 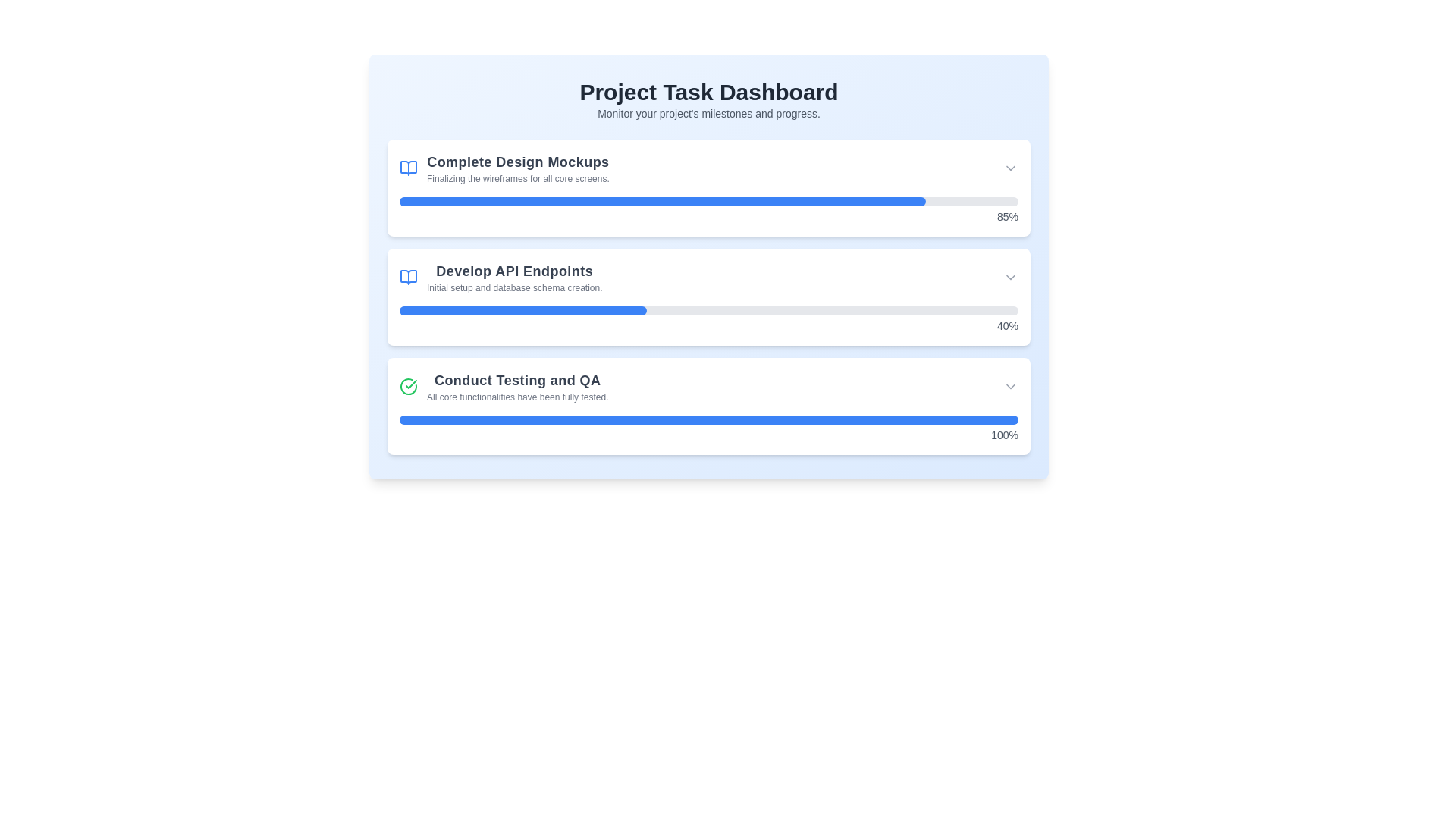 I want to click on progress, so click(x=436, y=309).